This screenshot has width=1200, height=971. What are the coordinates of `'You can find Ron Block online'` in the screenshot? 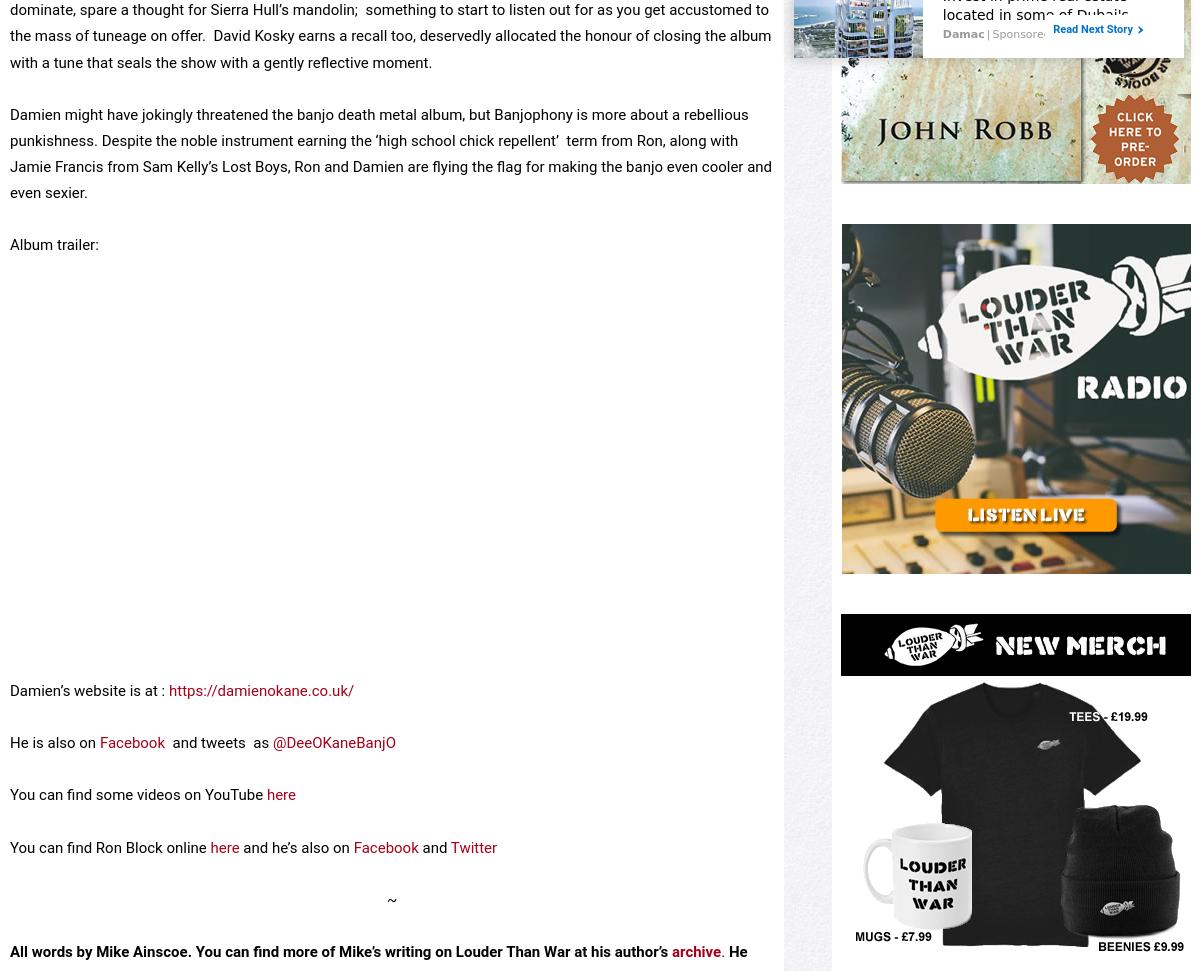 It's located at (110, 917).